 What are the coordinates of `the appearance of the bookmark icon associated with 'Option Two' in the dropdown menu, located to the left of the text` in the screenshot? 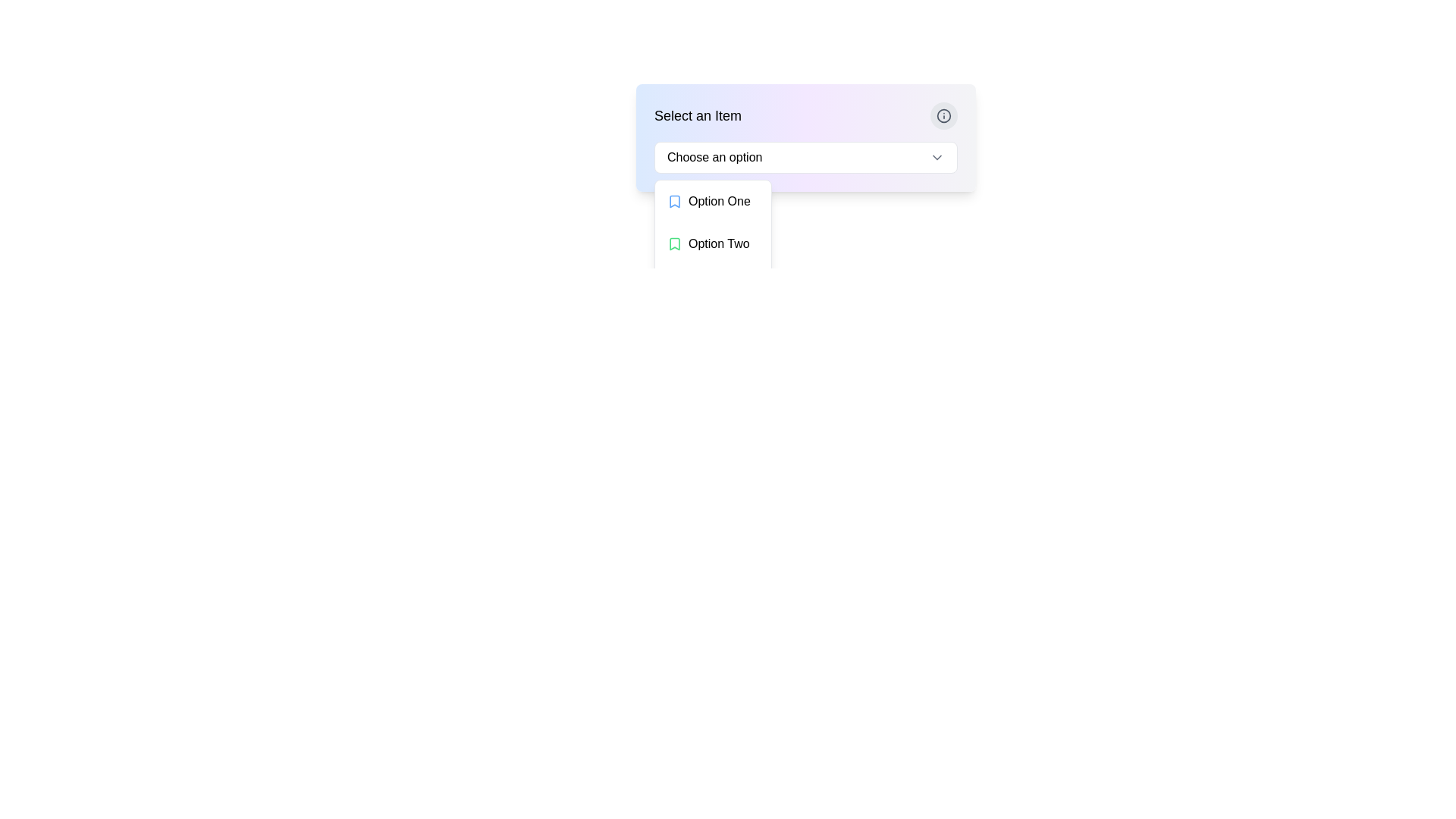 It's located at (673, 243).